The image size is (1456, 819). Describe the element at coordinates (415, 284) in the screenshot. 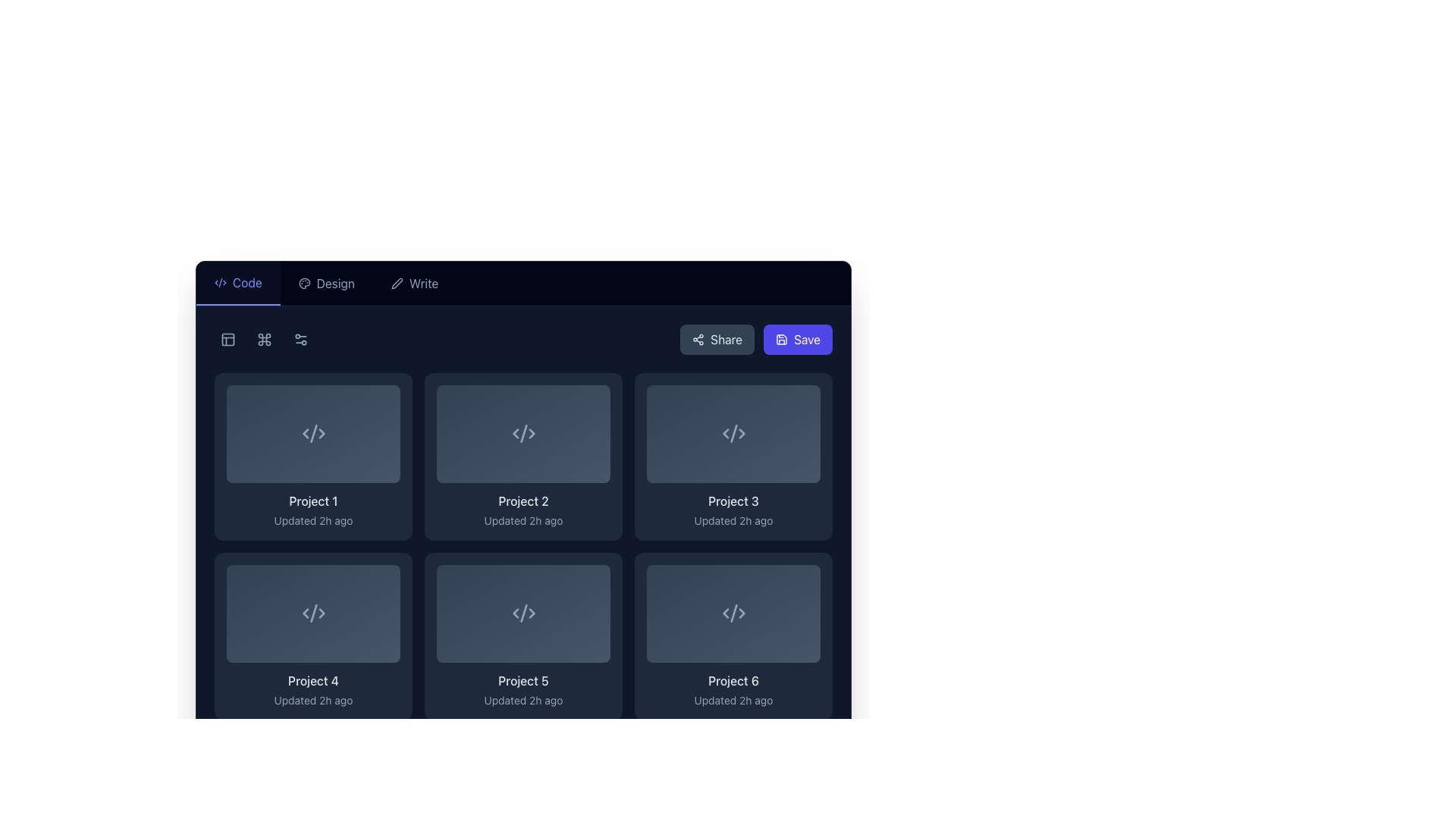

I see `the 'Write' menu item, which is the third option from the left` at that location.